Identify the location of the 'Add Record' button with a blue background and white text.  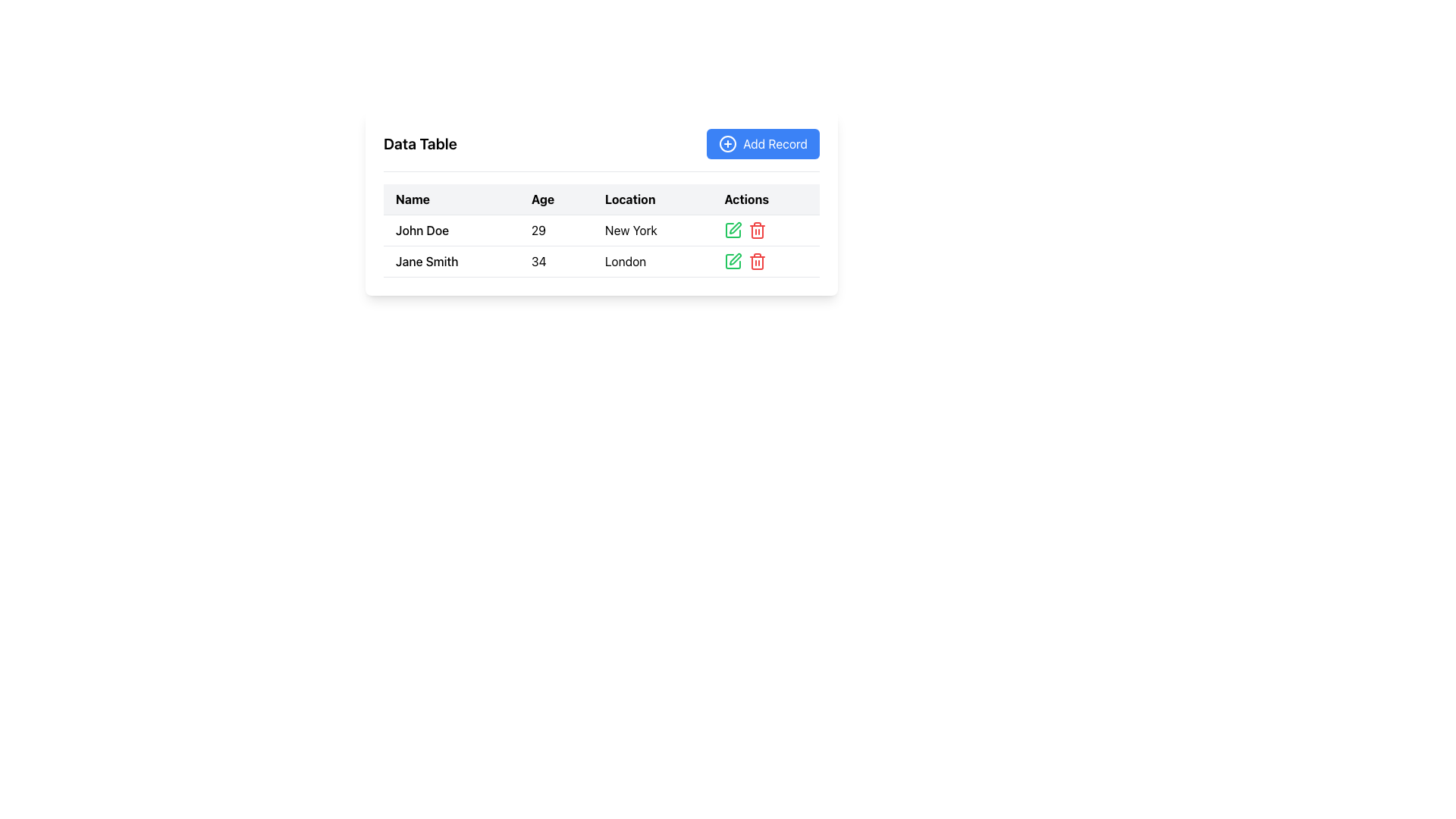
(763, 143).